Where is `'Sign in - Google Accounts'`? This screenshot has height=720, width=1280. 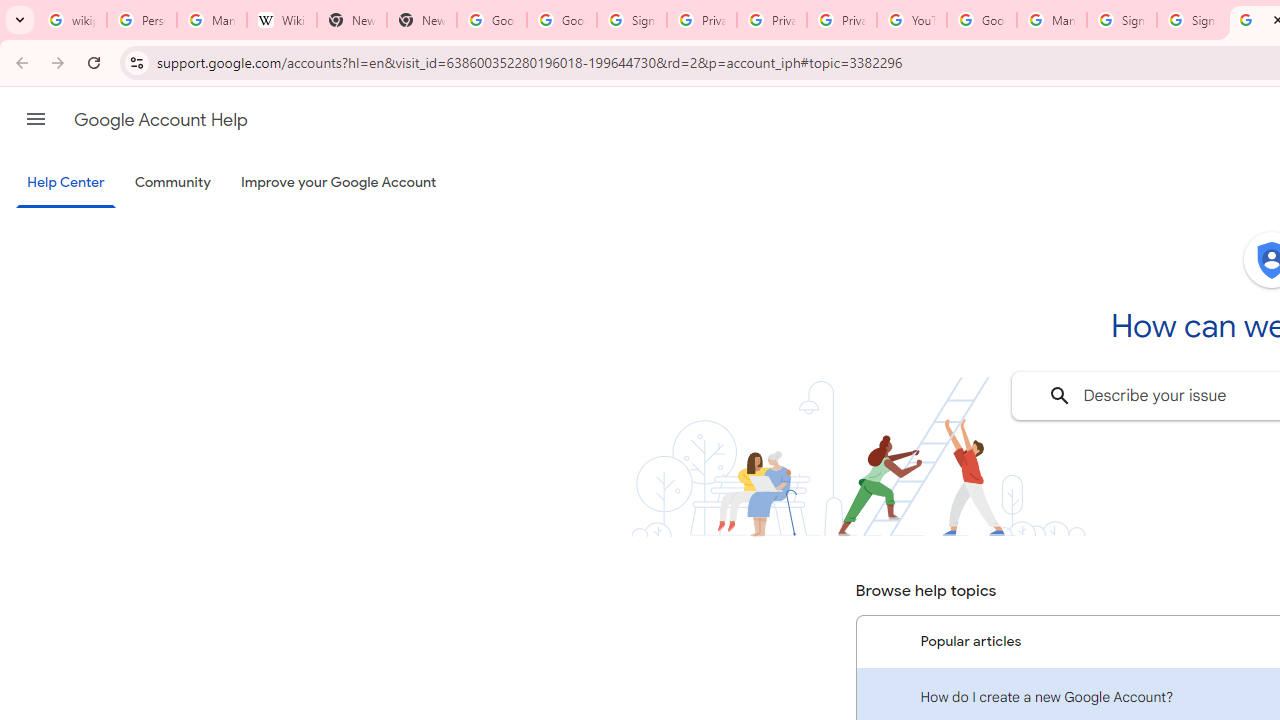 'Sign in - Google Accounts' is located at coordinates (1121, 20).